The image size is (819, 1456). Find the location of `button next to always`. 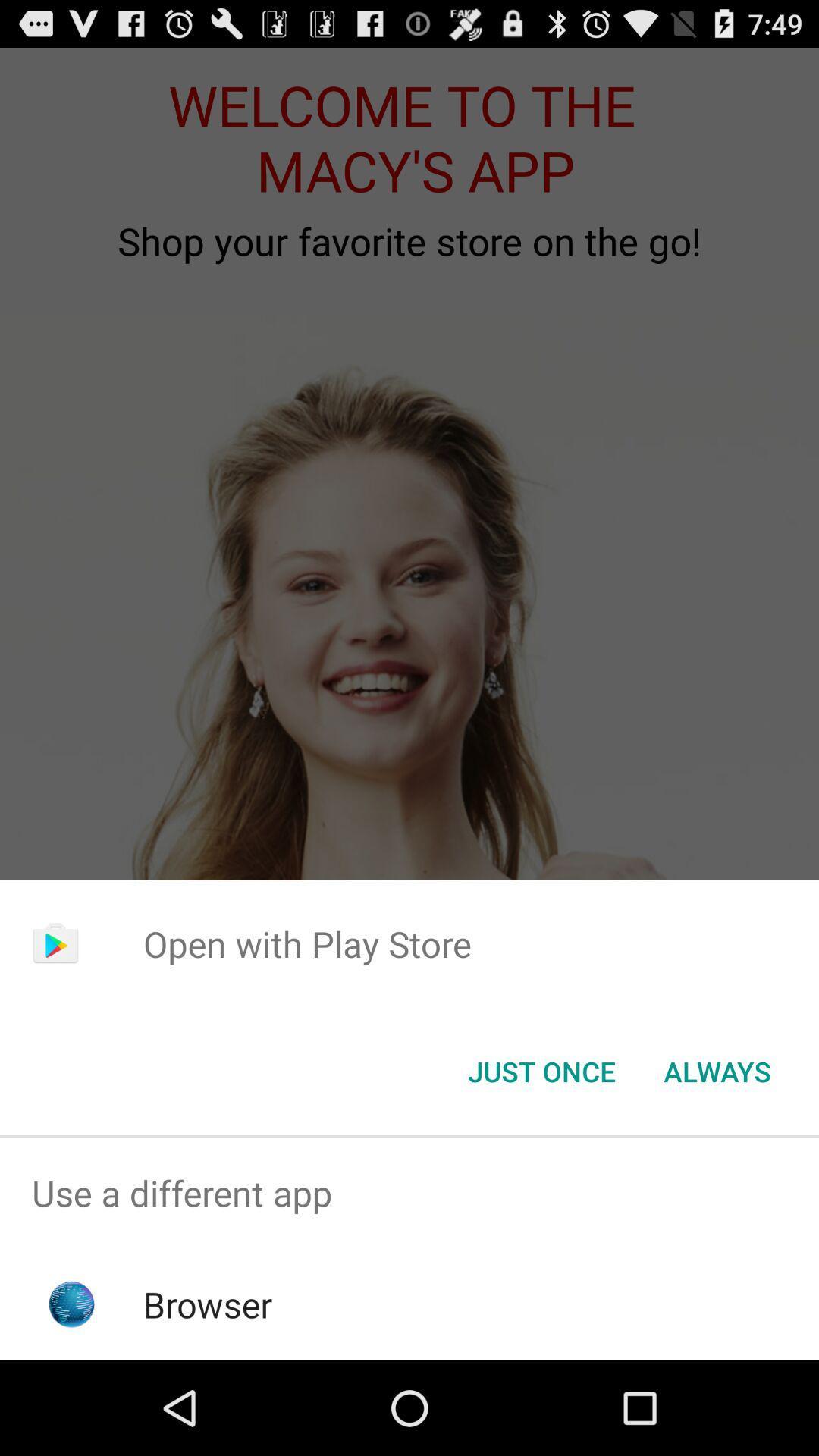

button next to always is located at coordinates (541, 1070).